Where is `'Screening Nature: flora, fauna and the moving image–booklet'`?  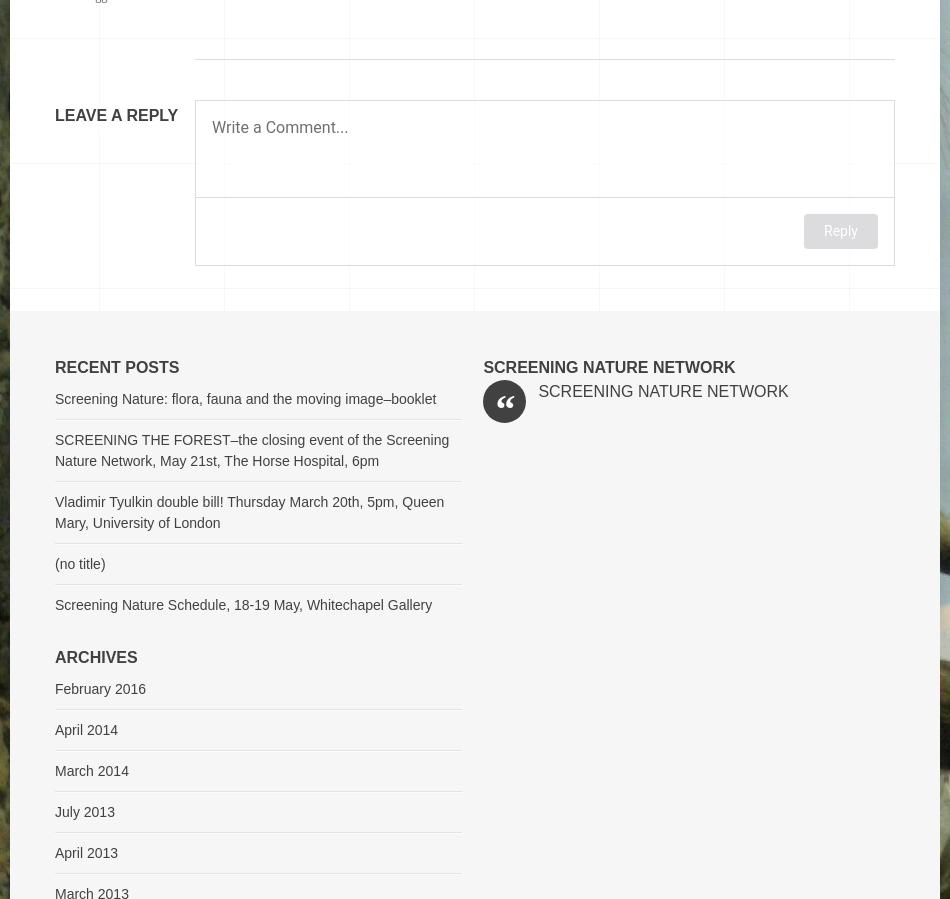
'Screening Nature: flora, fauna and the moving image–booklet' is located at coordinates (244, 397).